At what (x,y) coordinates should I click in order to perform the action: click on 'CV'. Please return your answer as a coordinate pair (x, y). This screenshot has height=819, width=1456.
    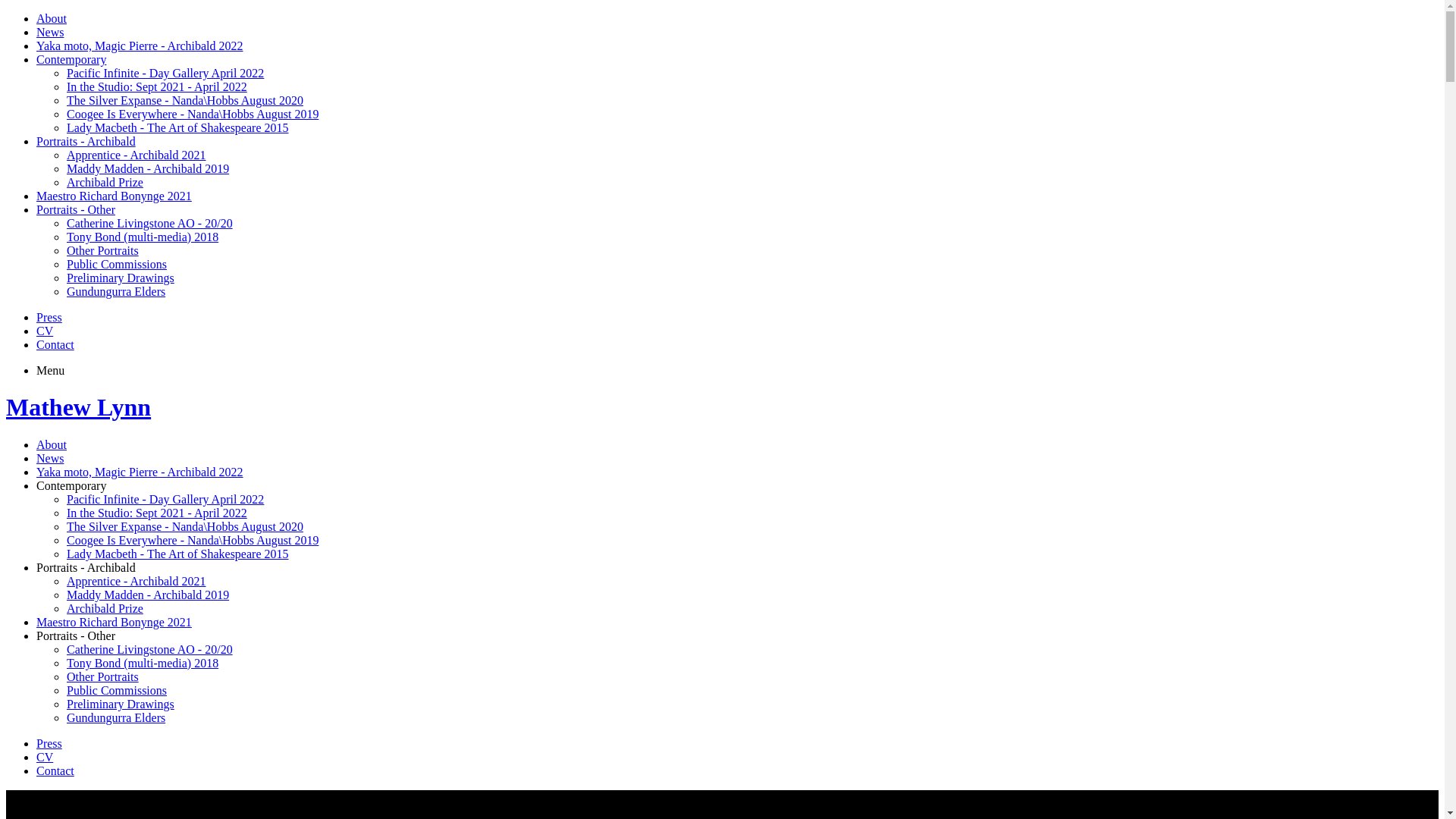
    Looking at the image, I should click on (44, 330).